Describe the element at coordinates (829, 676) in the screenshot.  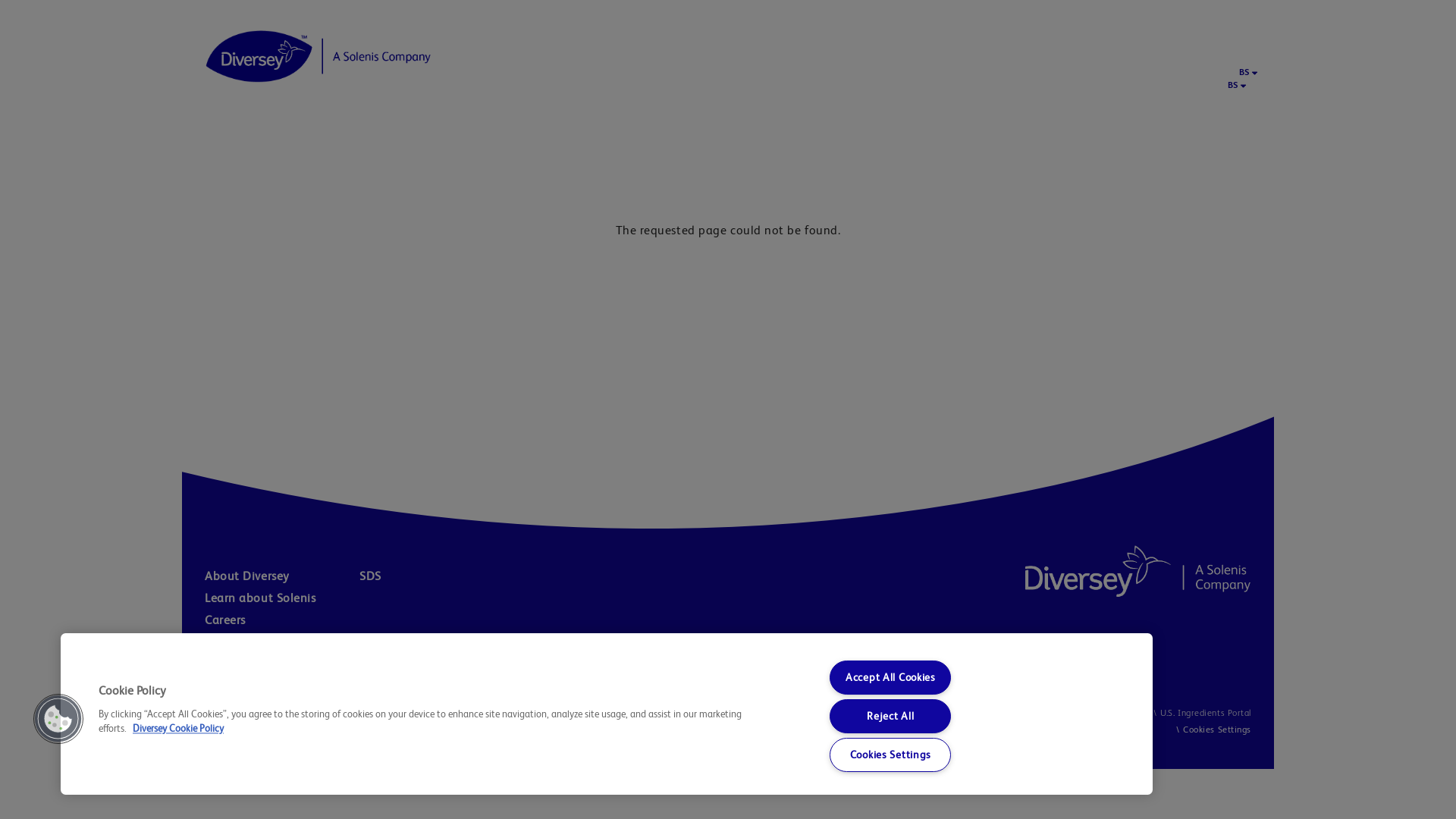
I see `'Accept All Cookies'` at that location.